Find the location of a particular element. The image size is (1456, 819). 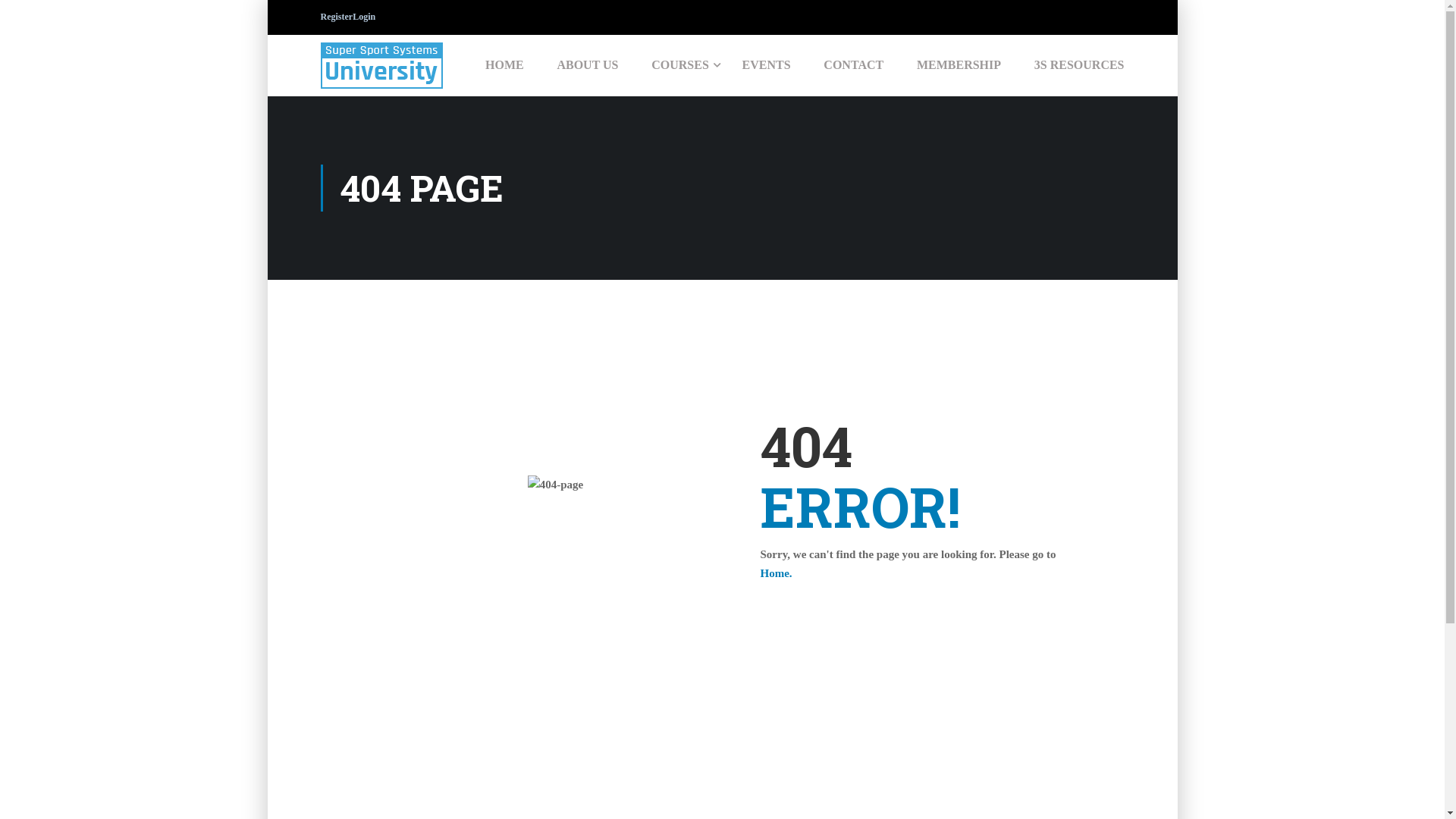

'CONTACT' is located at coordinates (853, 64).